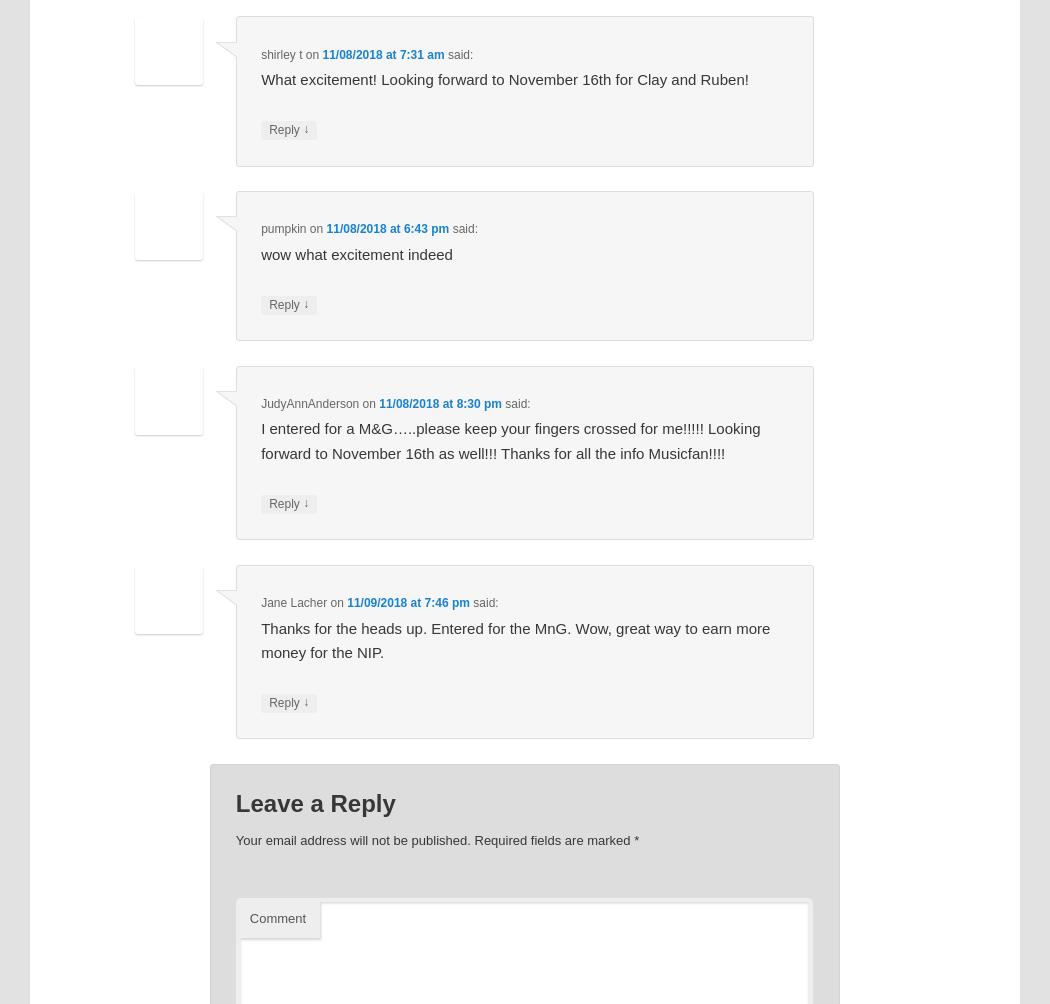 The height and width of the screenshot is (1004, 1050). Describe the element at coordinates (234, 840) in the screenshot. I see `'Your email address will not be published.'` at that location.